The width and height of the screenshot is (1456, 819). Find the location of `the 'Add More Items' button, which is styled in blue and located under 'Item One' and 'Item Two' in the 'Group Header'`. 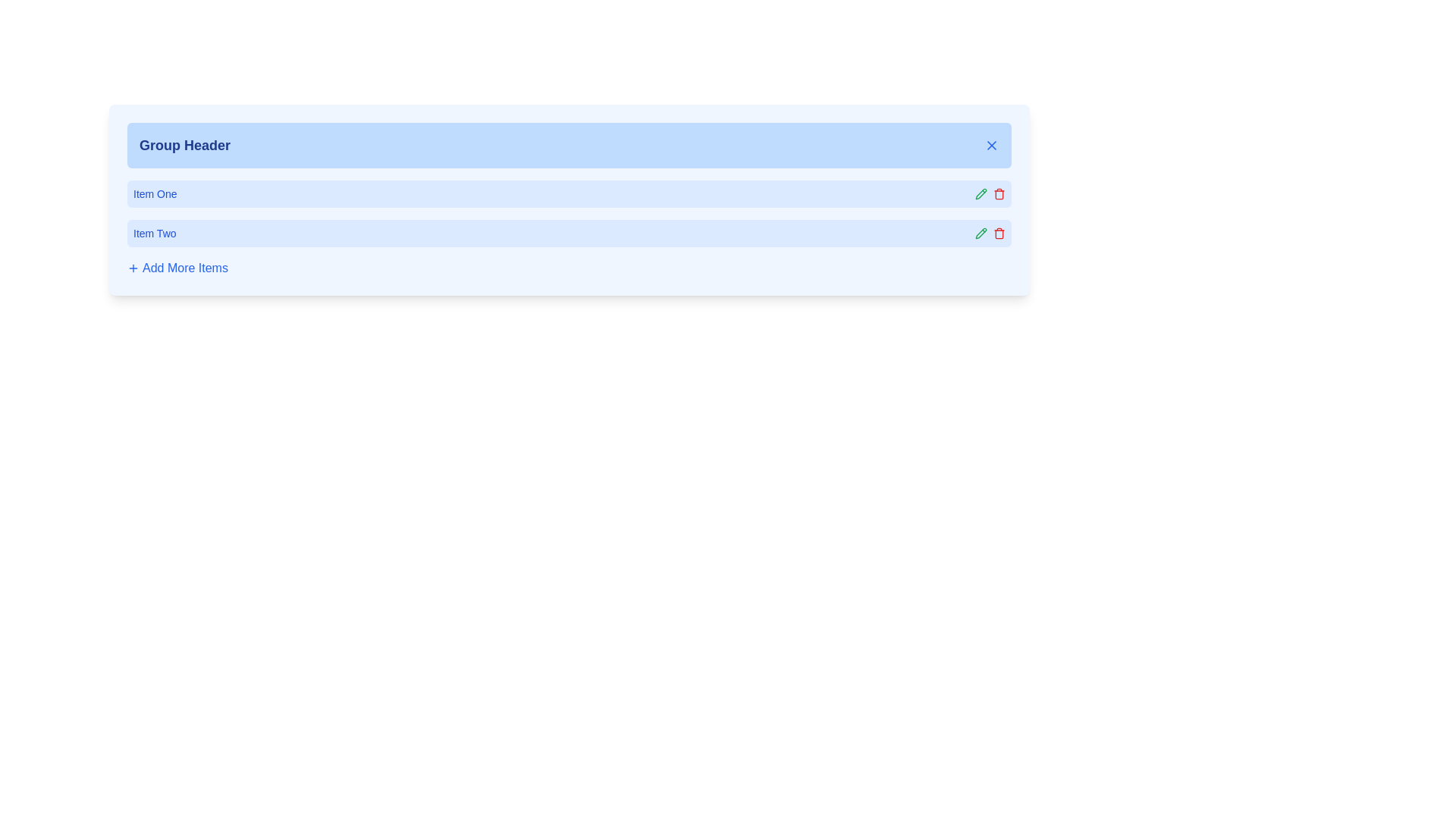

the 'Add More Items' button, which is styled in blue and located under 'Item One' and 'Item Two' in the 'Group Header' is located at coordinates (177, 268).